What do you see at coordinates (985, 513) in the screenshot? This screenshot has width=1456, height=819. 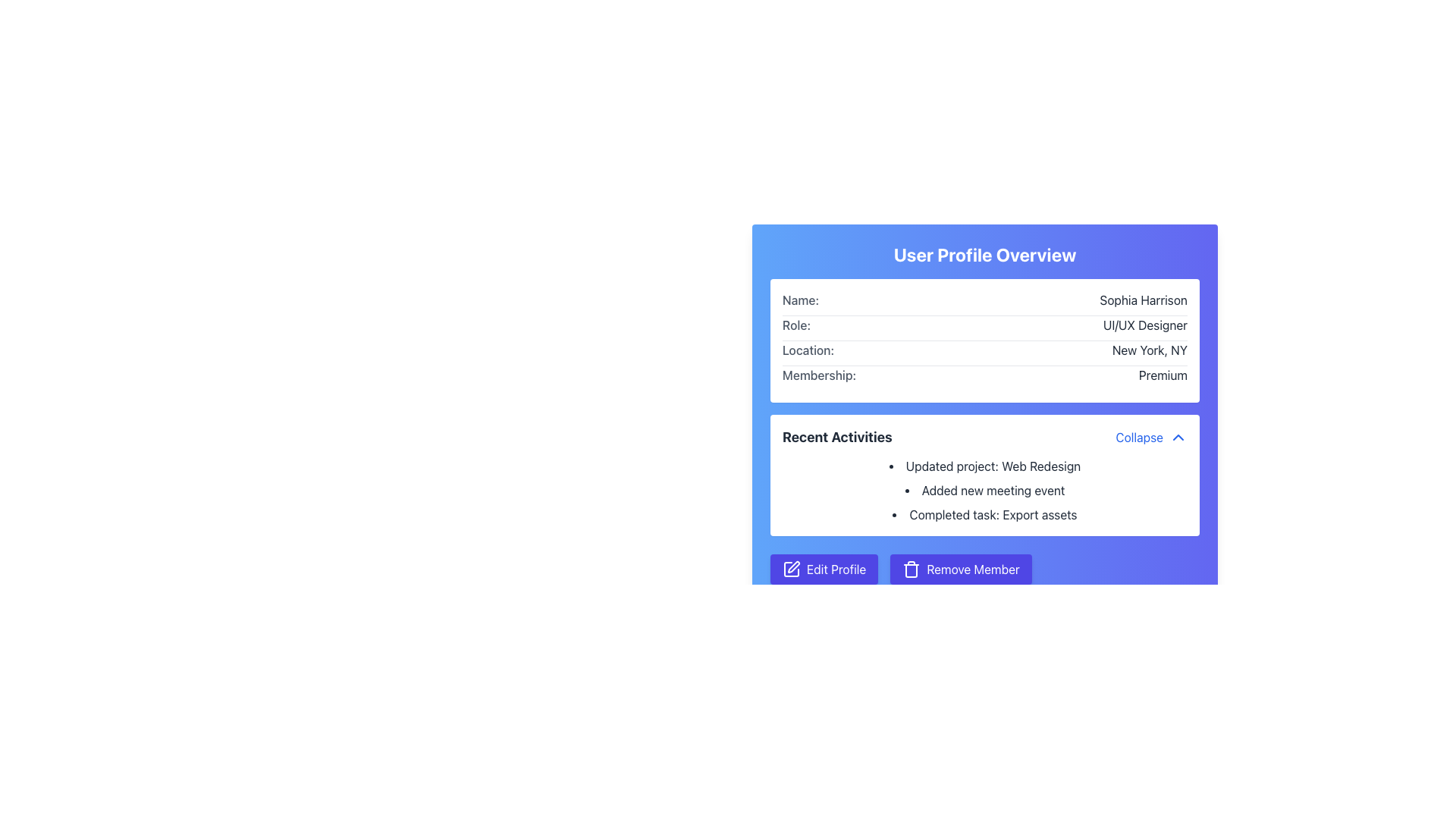 I see `the text label displaying 'Completed task: Export assets' in the 'Recent Activities' section` at bounding box center [985, 513].